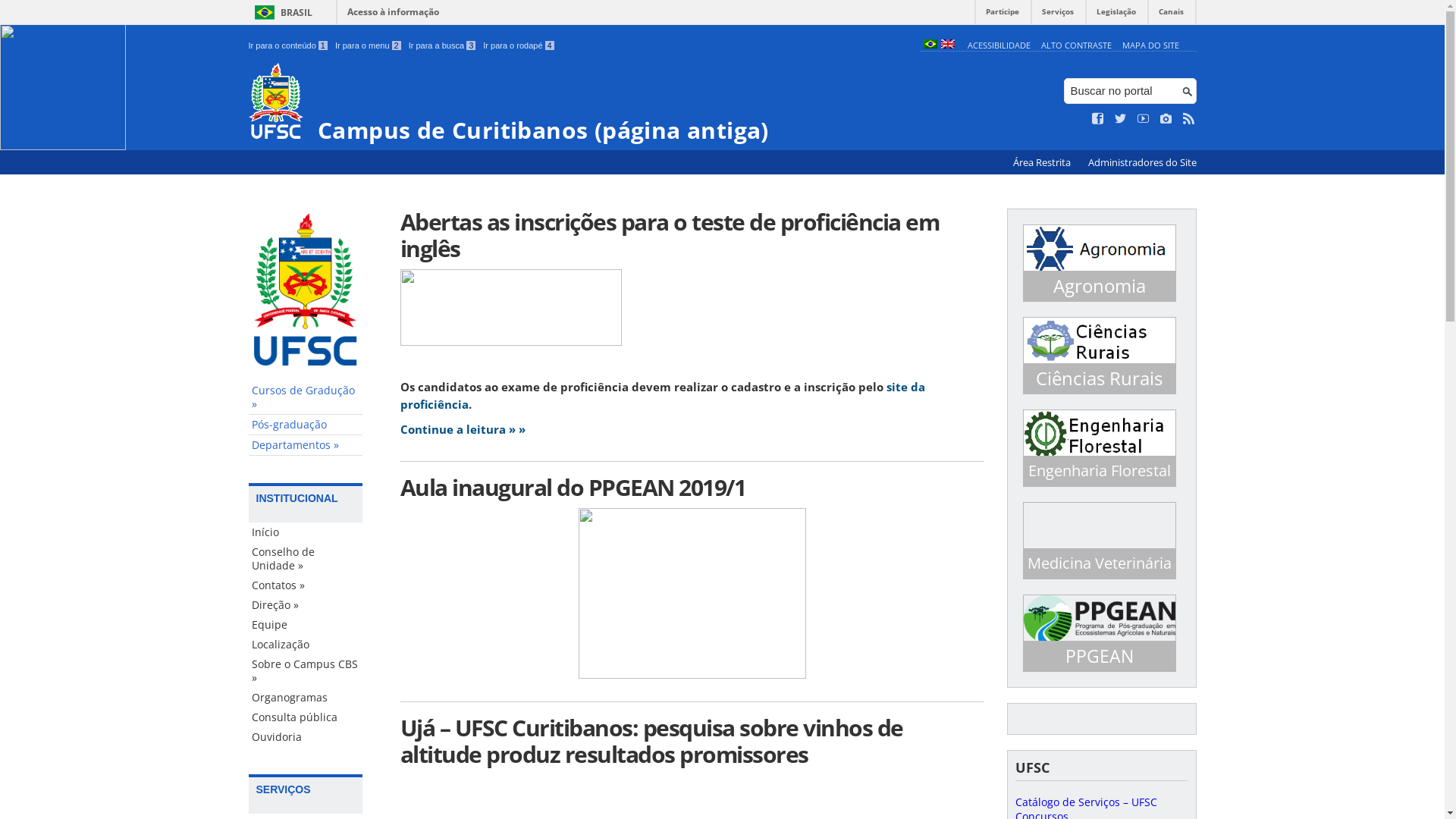  What do you see at coordinates (441, 45) in the screenshot?
I see `'Ir para a busca 3'` at bounding box center [441, 45].